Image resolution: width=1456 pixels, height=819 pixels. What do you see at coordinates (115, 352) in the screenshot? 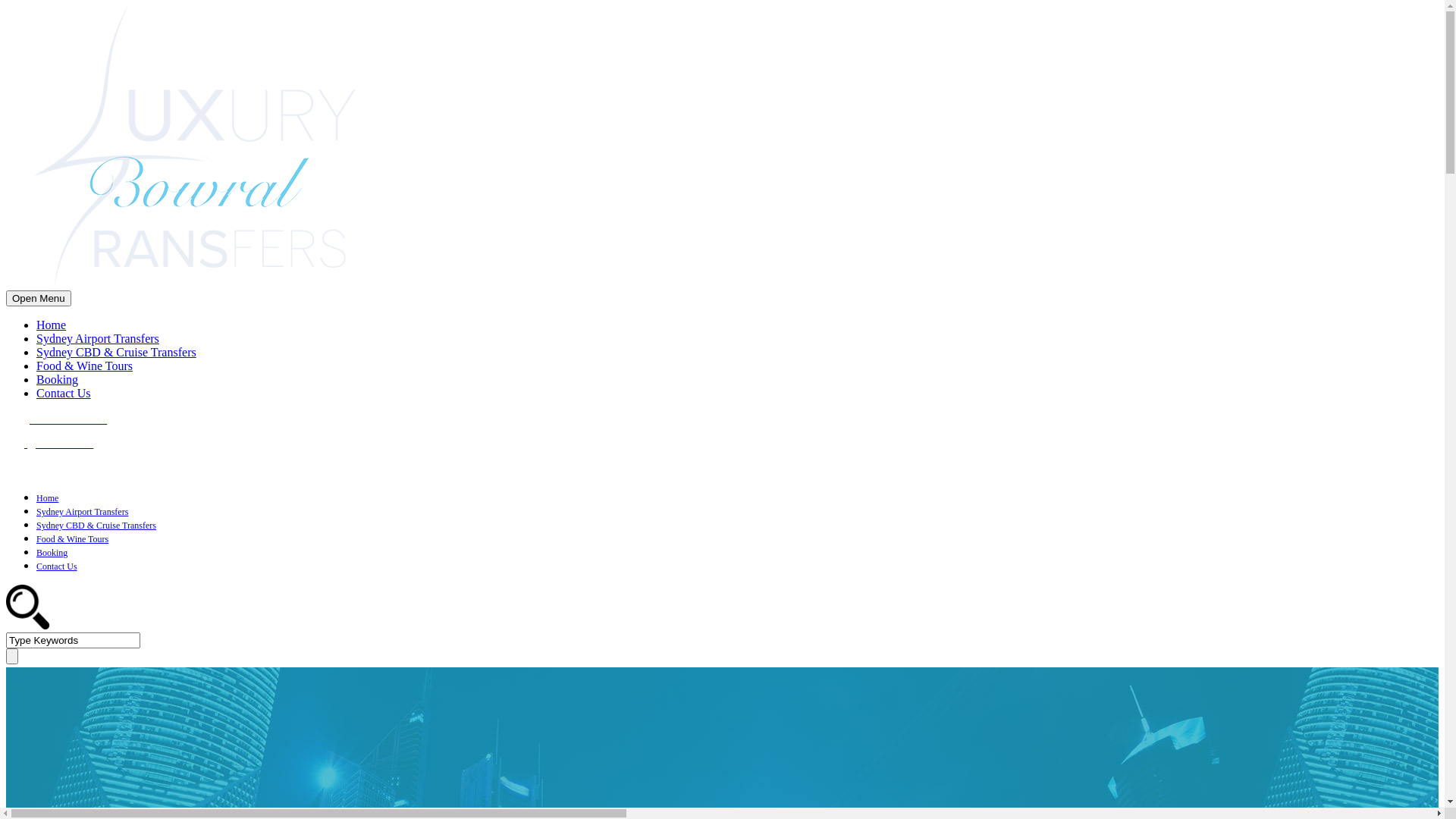
I see `'Sydney CBD & Cruise Transfers'` at bounding box center [115, 352].